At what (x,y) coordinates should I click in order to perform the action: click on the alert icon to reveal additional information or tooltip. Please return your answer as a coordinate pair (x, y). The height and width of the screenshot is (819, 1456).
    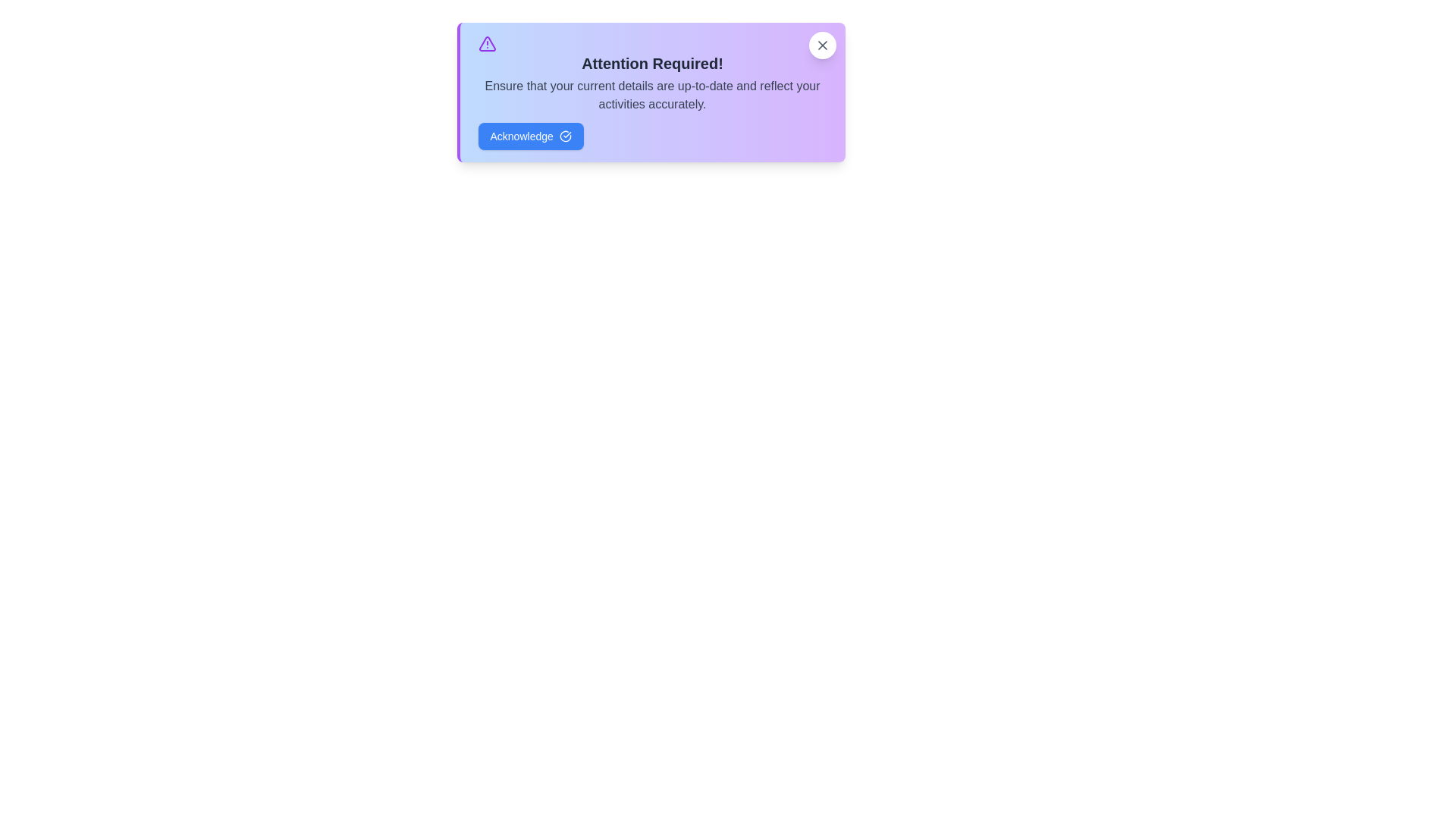
    Looking at the image, I should click on (487, 42).